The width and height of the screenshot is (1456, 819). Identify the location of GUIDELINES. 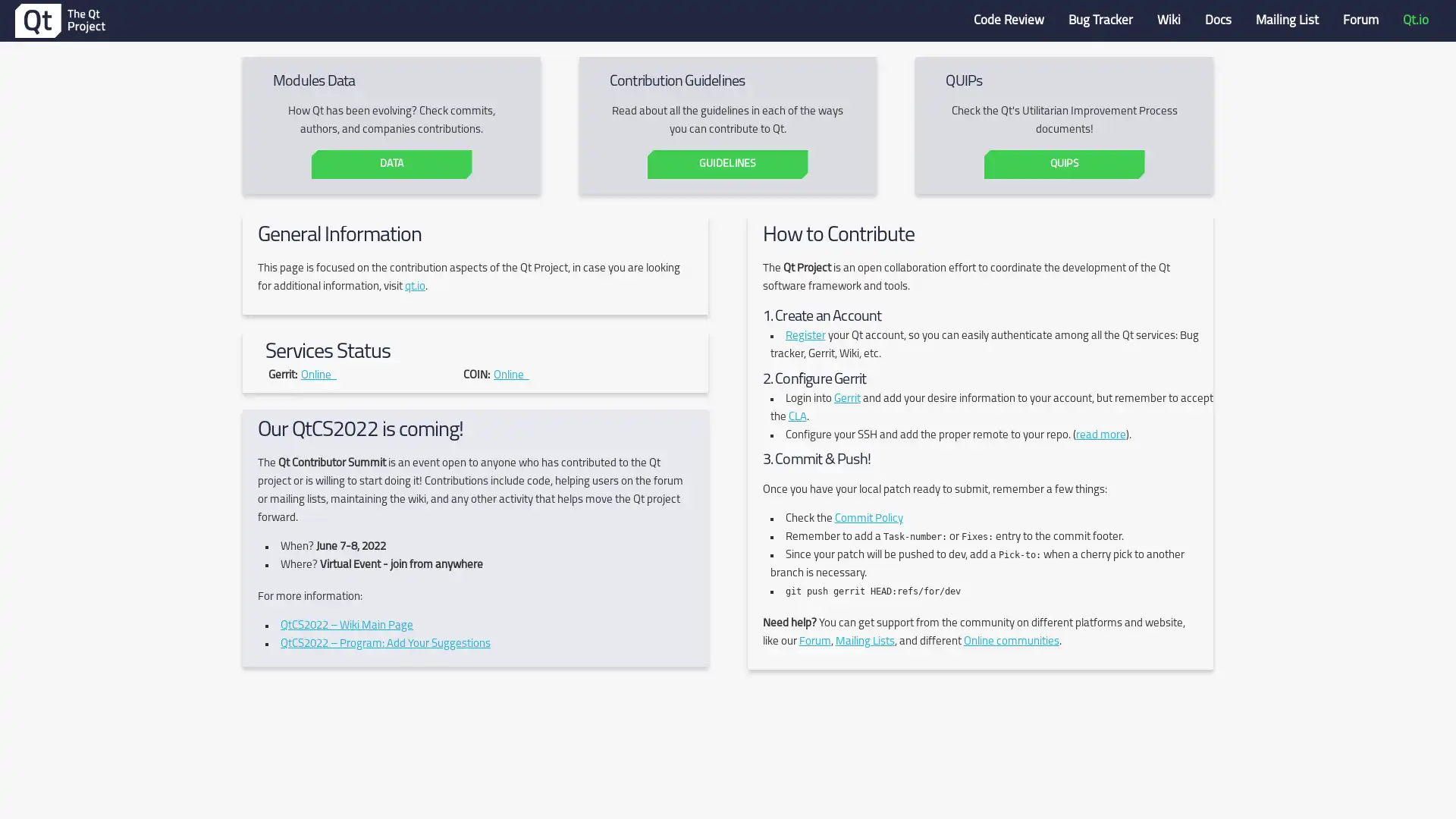
(726, 164).